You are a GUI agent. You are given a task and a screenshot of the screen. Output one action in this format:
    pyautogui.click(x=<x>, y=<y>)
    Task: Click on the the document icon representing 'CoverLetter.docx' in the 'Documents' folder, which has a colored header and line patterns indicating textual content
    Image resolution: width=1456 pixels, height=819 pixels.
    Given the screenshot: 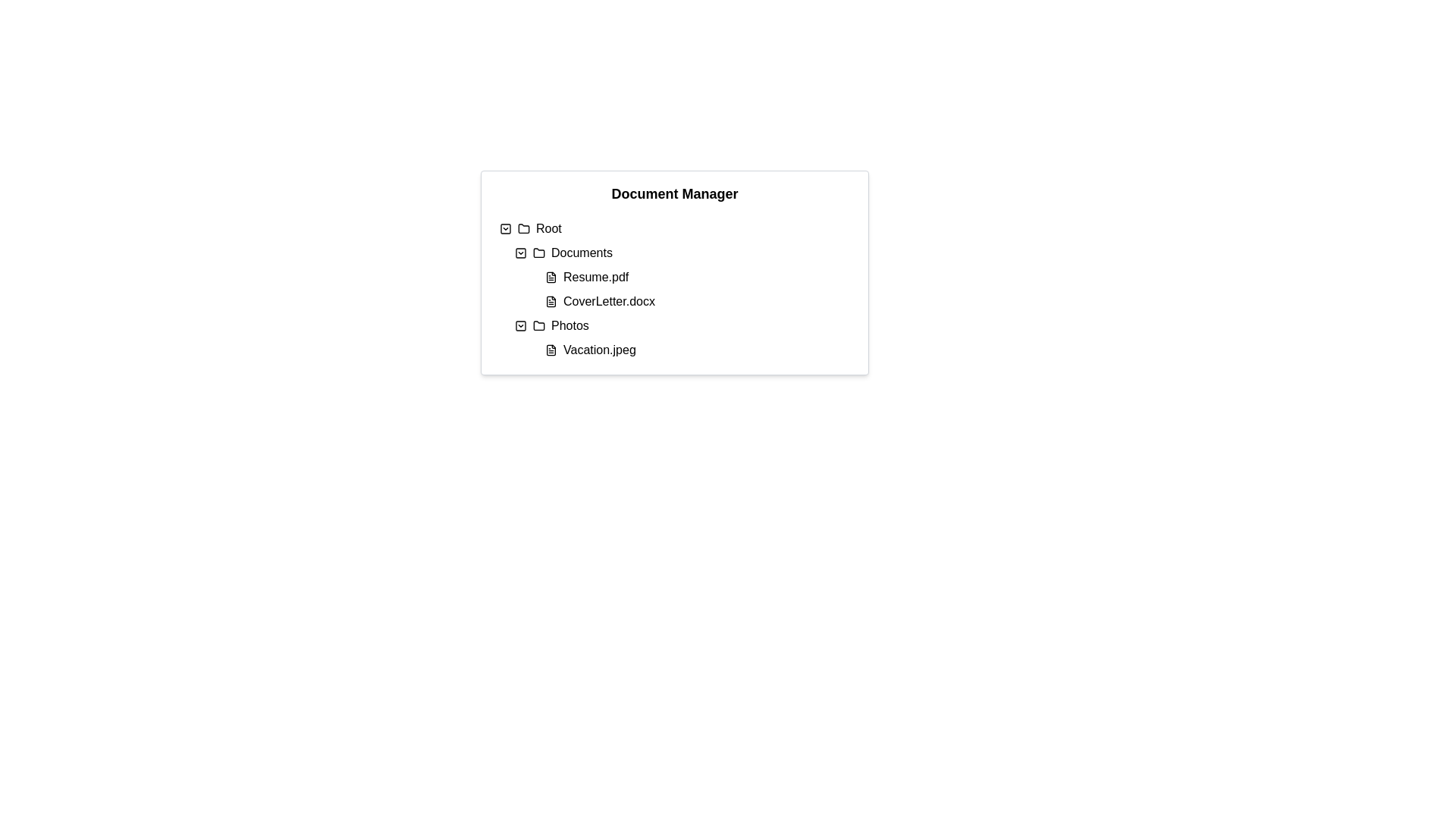 What is the action you would take?
    pyautogui.click(x=550, y=301)
    